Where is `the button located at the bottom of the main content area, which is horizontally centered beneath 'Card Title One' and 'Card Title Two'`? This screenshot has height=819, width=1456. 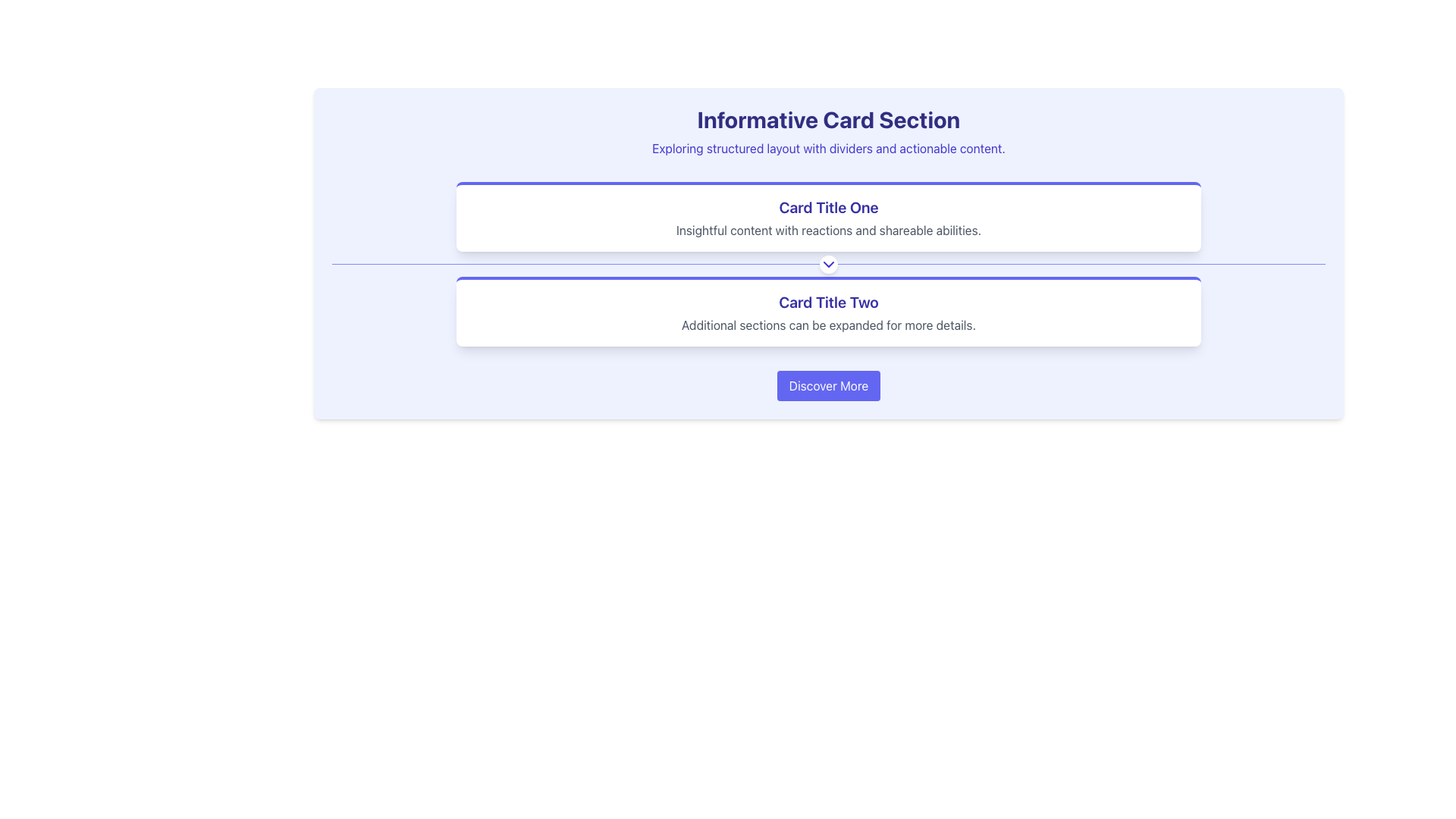 the button located at the bottom of the main content area, which is horizontally centered beneath 'Card Title One' and 'Card Title Two' is located at coordinates (828, 385).